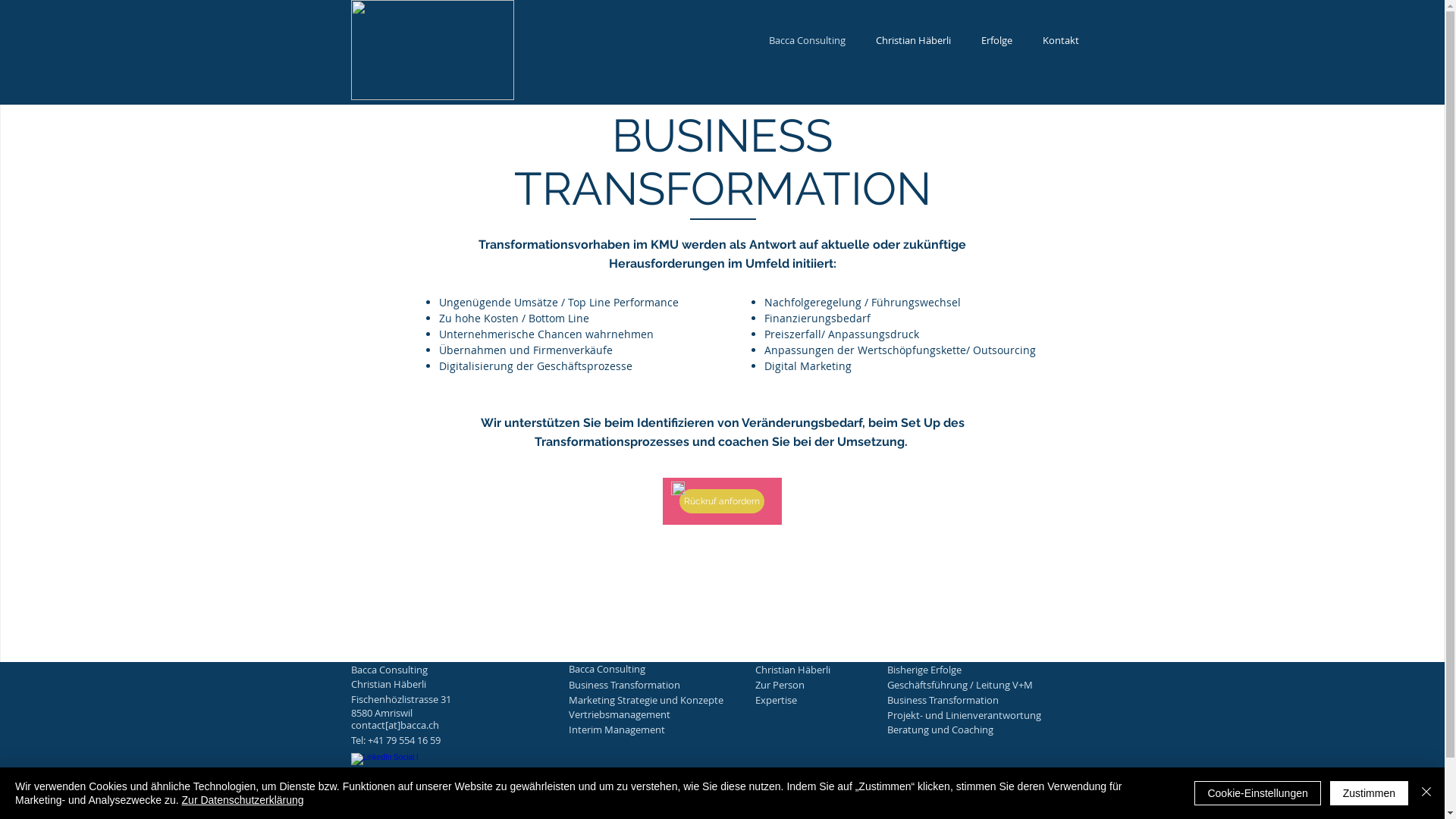  Describe the element at coordinates (567, 714) in the screenshot. I see `'Vertriebsmanagement'` at that location.